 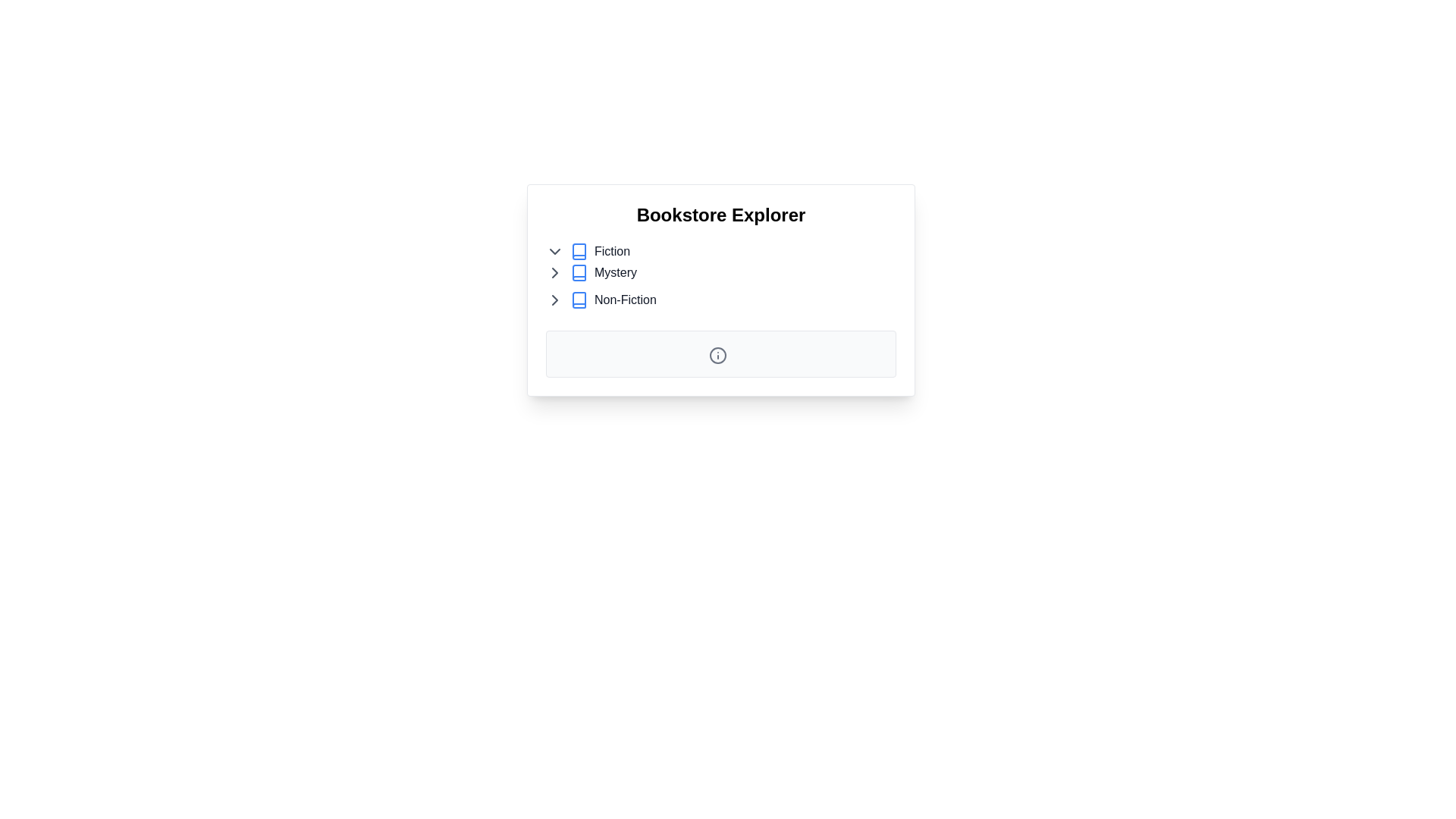 What do you see at coordinates (554, 271) in the screenshot?
I see `the small triangular arrow icon pointing right, located to the immediate left of the blue book icon in the 'Mystery' category` at bounding box center [554, 271].